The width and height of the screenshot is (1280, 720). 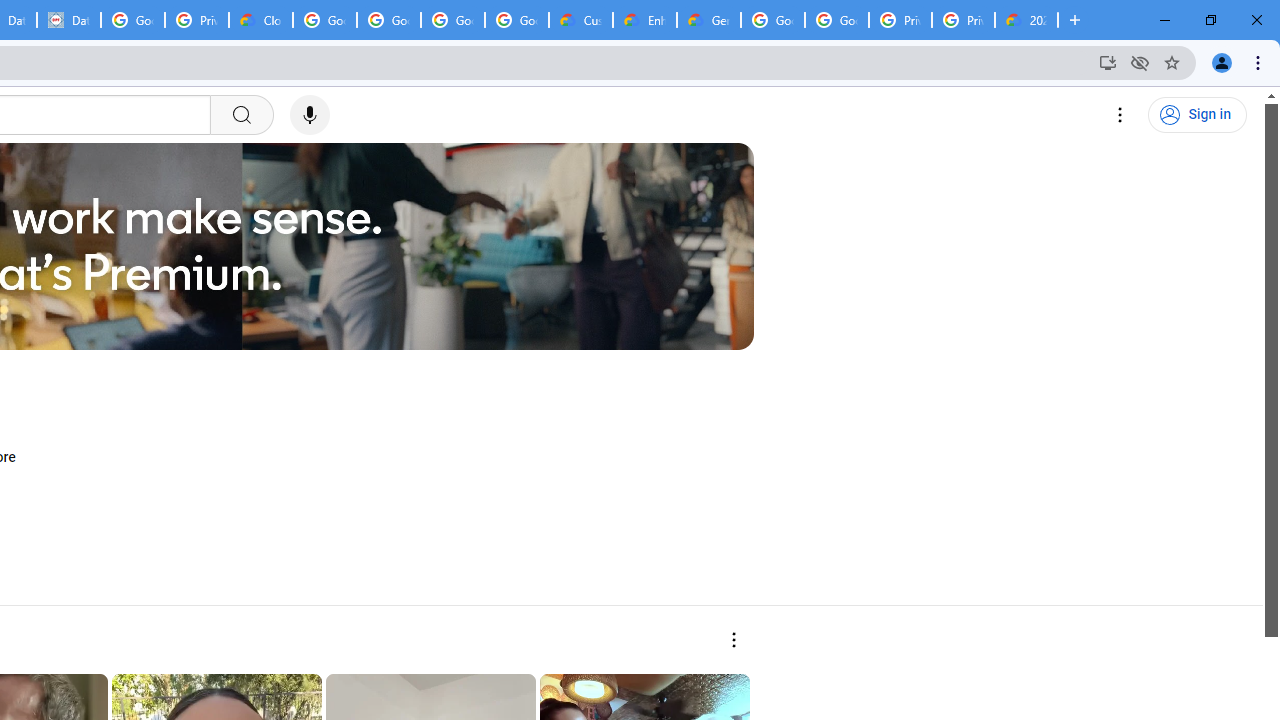 I want to click on 'Data Privacy Framework', so click(x=69, y=20).